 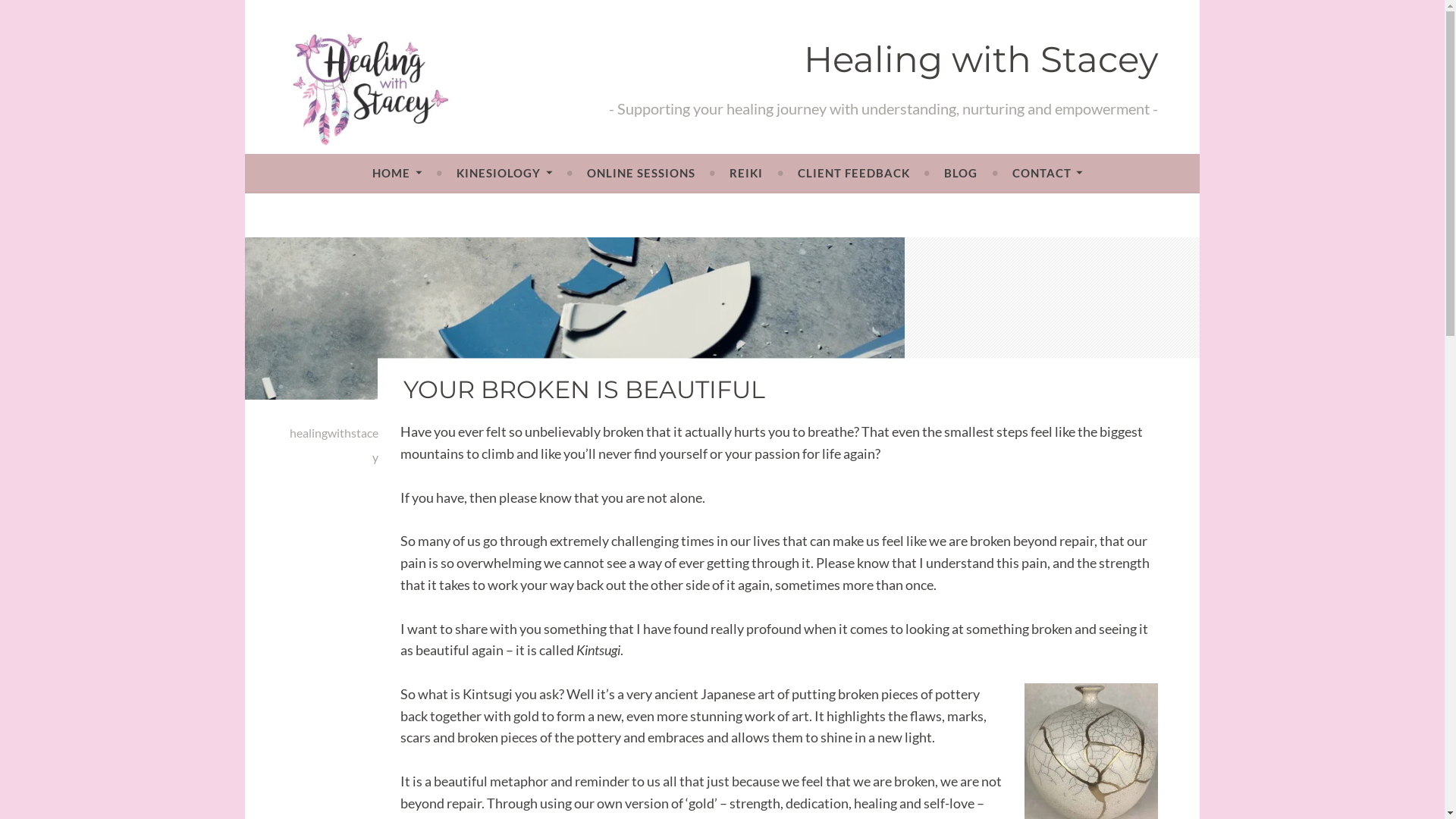 What do you see at coordinates (943, 171) in the screenshot?
I see `'BLOG'` at bounding box center [943, 171].